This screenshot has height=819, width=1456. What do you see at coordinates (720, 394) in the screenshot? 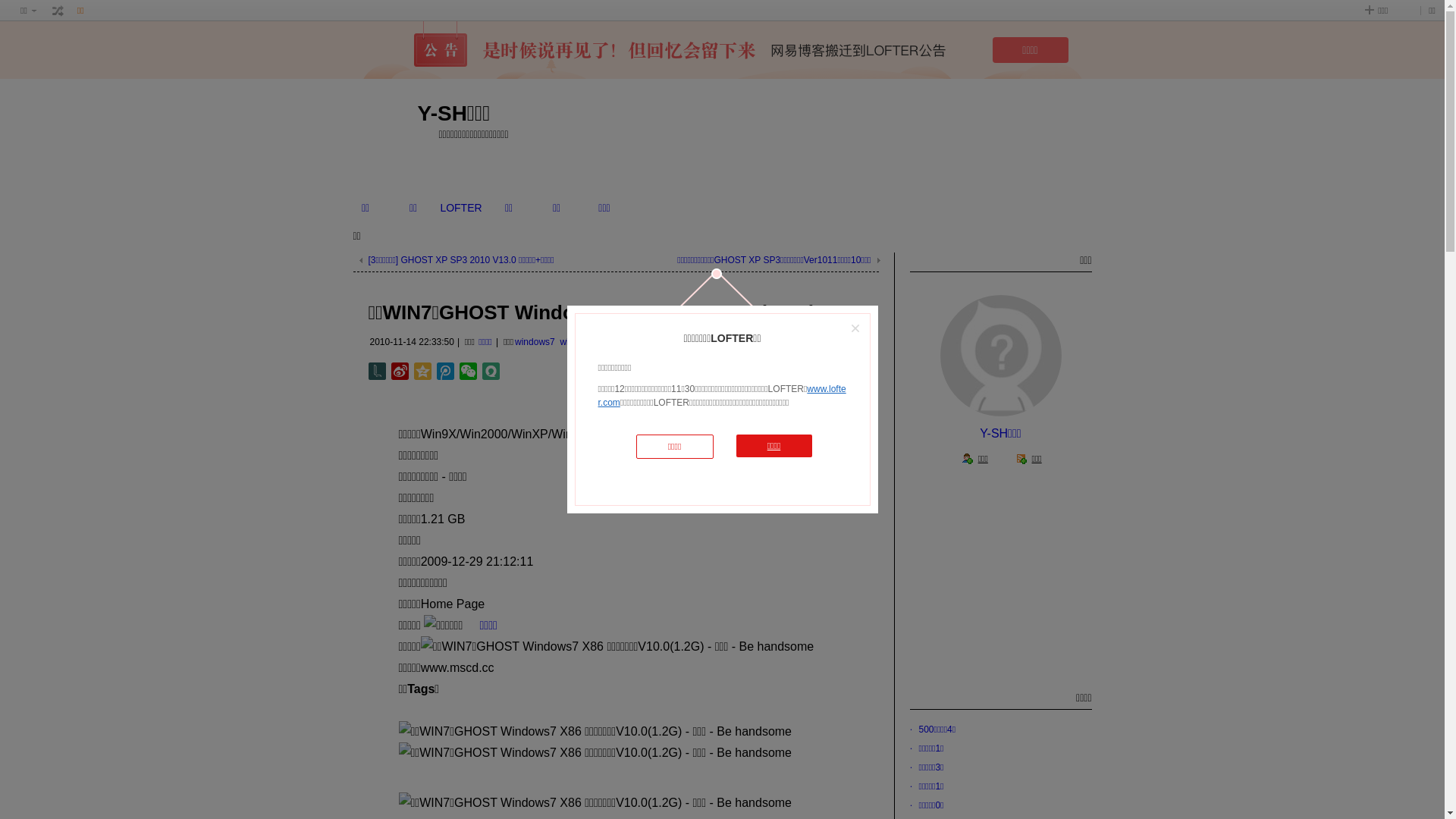
I see `'www.lofter.com'` at bounding box center [720, 394].